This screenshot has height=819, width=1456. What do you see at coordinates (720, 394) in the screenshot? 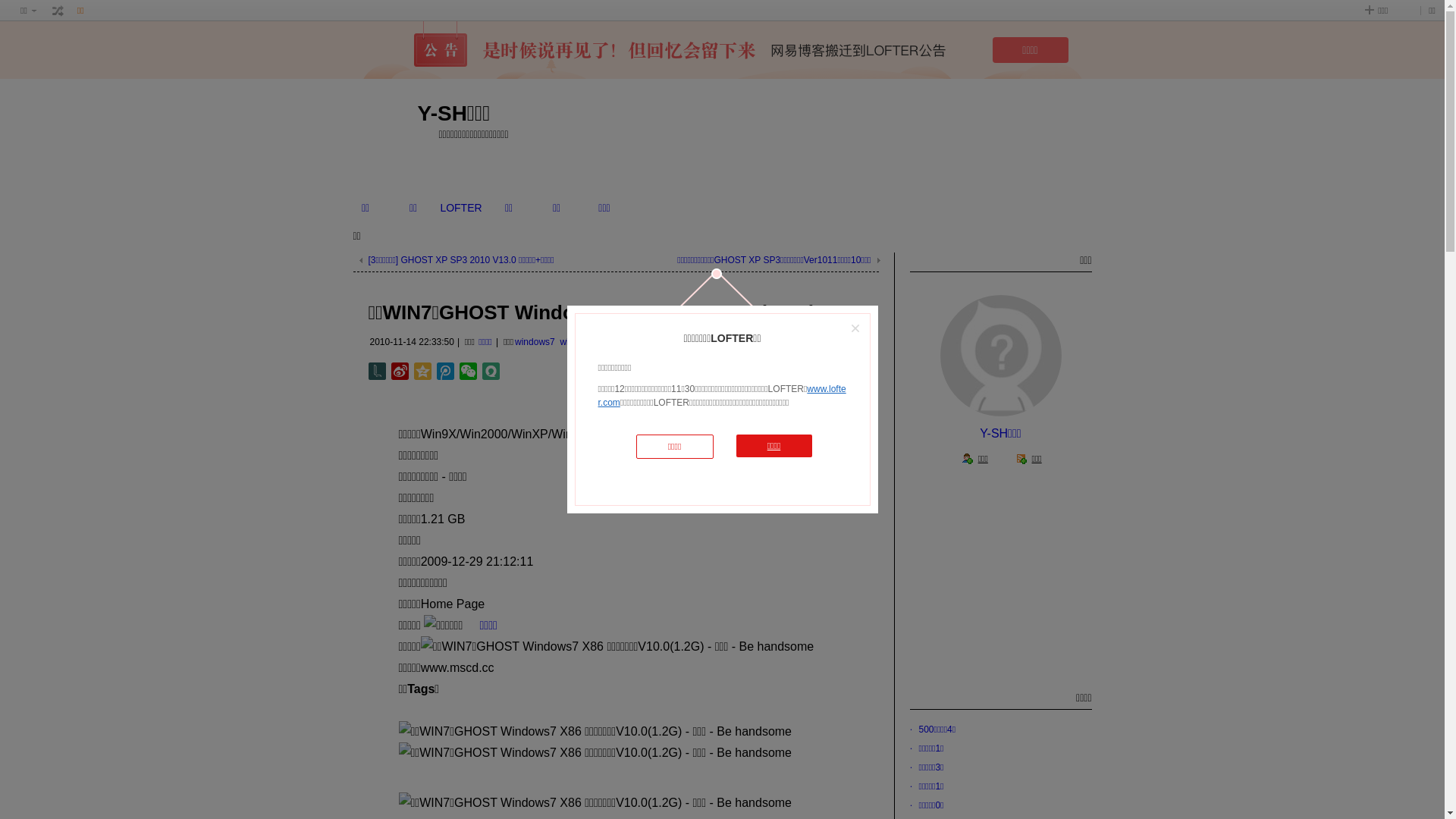
I see `'www.lofter.com'` at bounding box center [720, 394].